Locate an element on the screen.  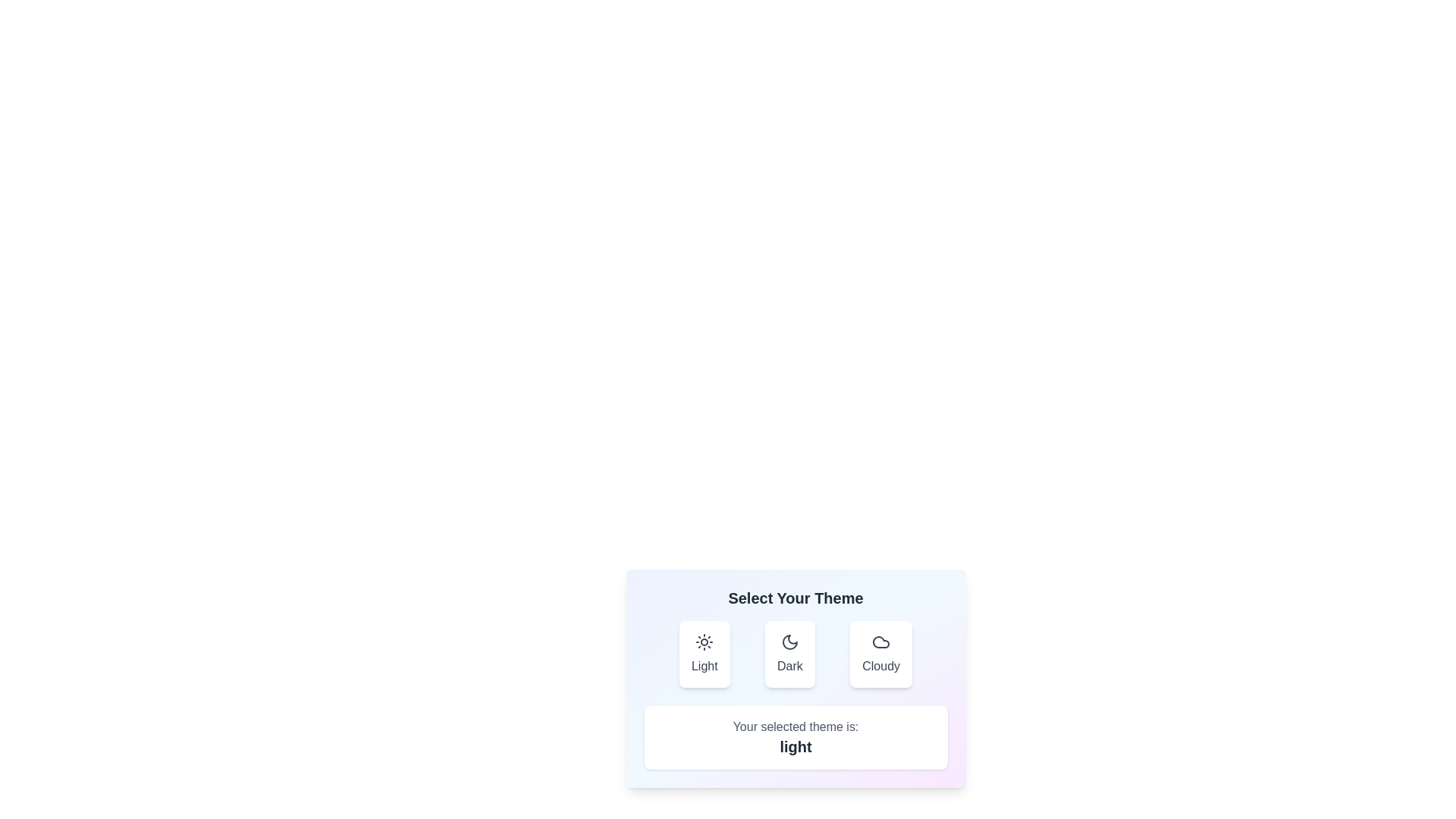
the 'Dark' theme selectable option button, which features a moon icon and is centrally located between the 'Light' and 'Cloudy' options in the 'Select Your Theme' group is located at coordinates (795, 654).